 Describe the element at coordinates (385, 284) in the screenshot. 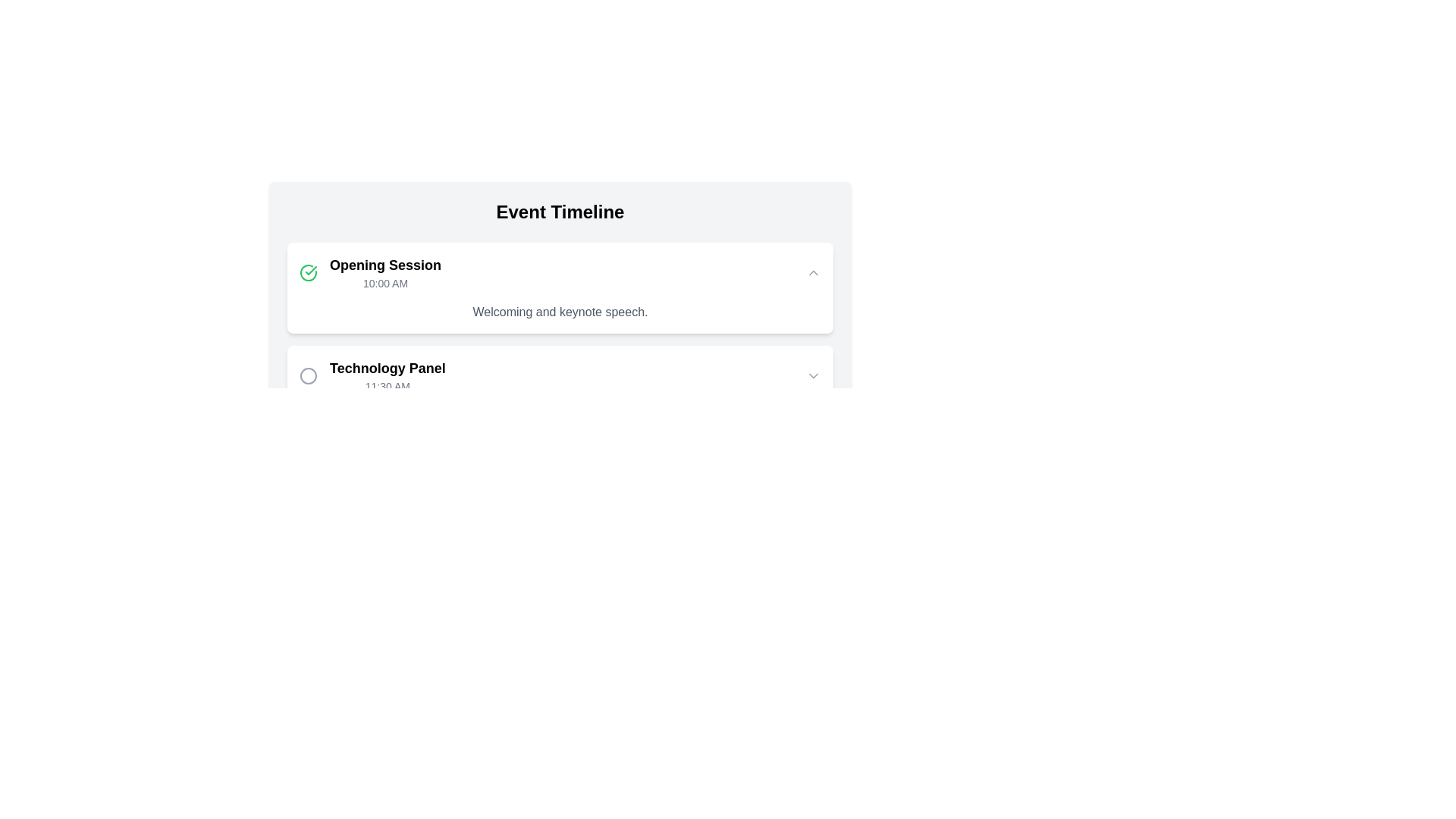

I see `attention on the text label displaying the scheduled time for the 'Opening Session' event` at that location.